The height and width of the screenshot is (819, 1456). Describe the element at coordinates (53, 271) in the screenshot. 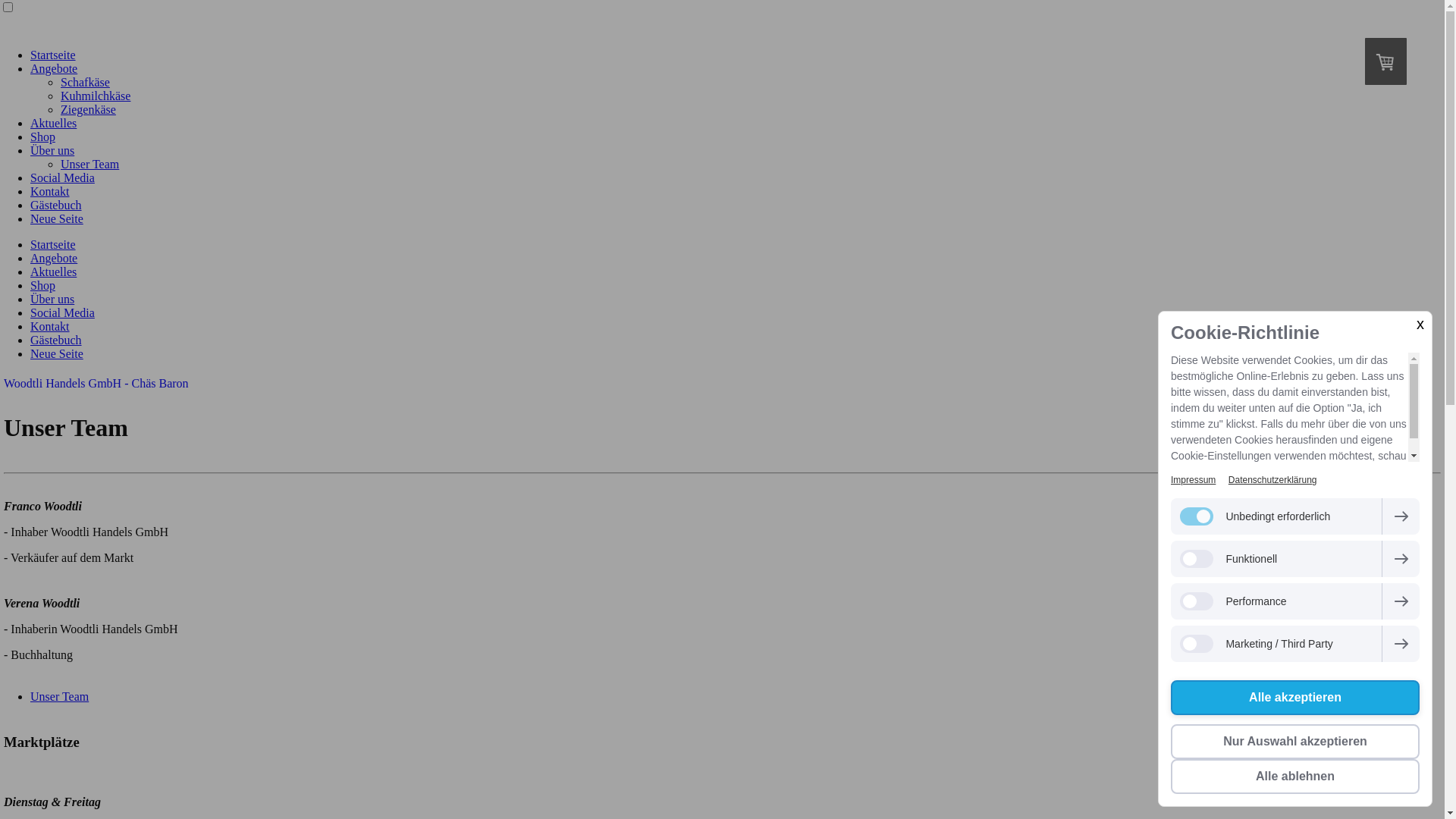

I see `'Aktuelles'` at that location.